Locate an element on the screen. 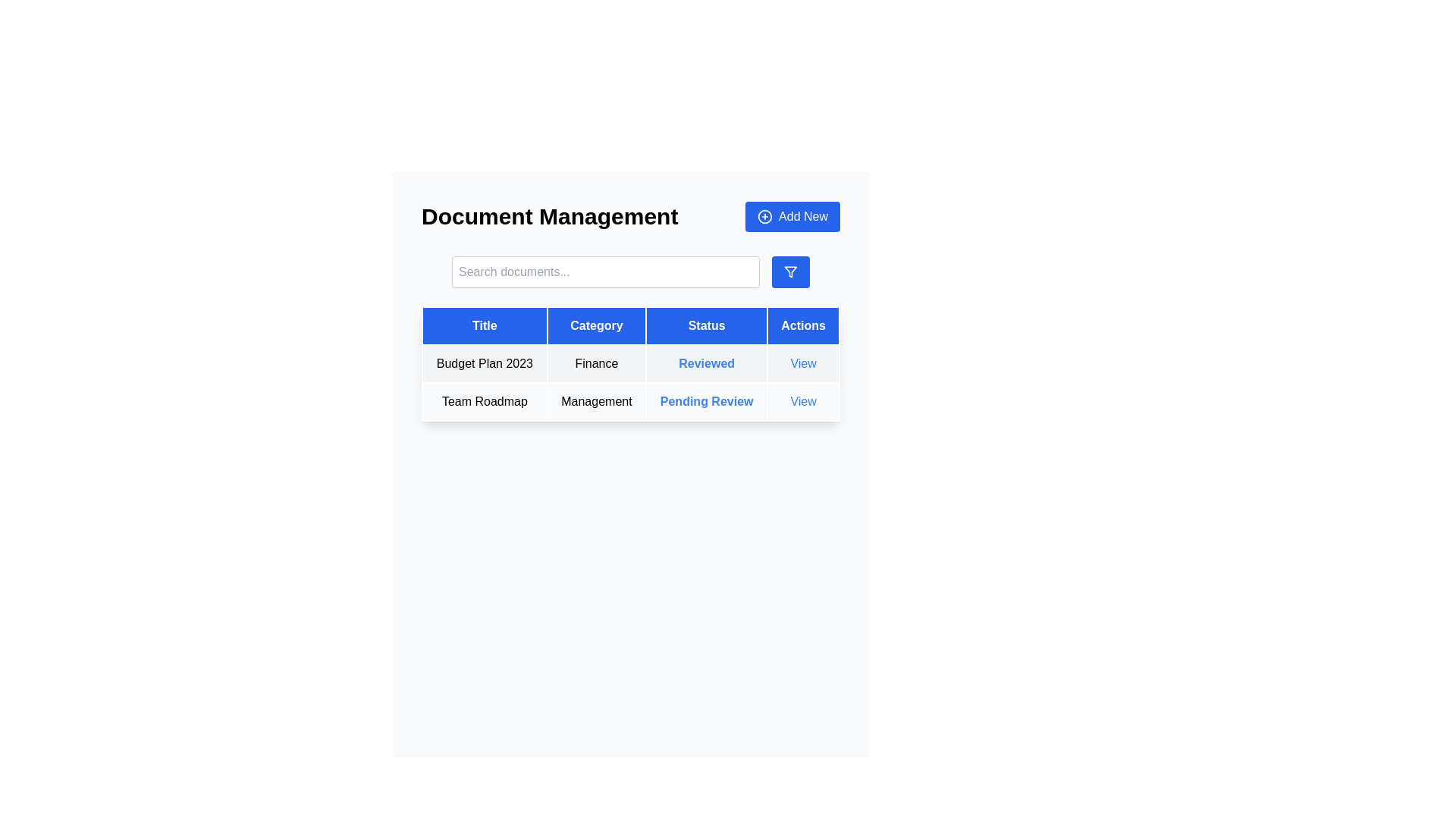 The image size is (1456, 819). the text label displaying 'Management' that is centrally aligned under the 'Category' column in the 'Team Roadmap' row of the table is located at coordinates (596, 400).